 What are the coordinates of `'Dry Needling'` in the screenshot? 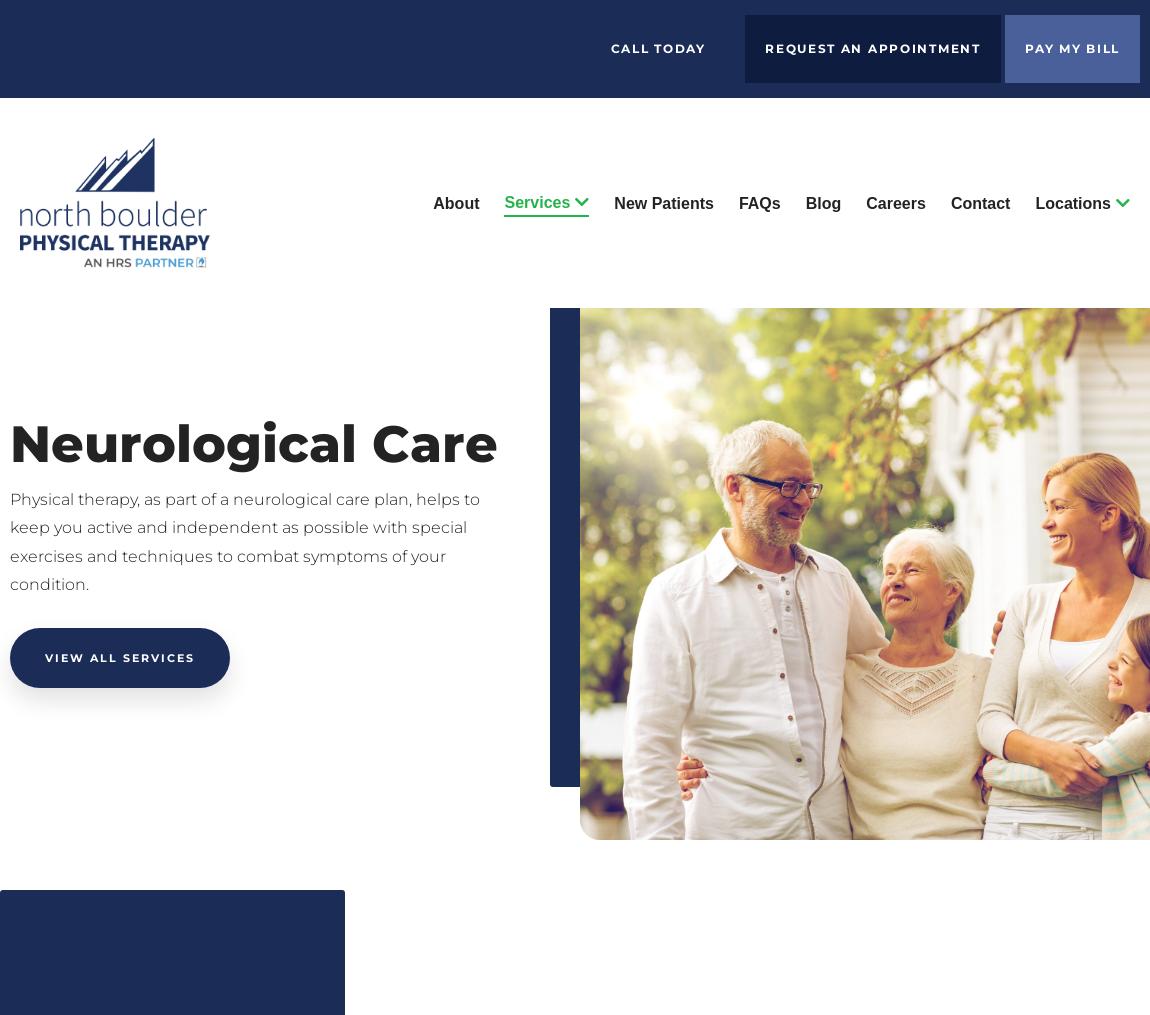 It's located at (475, 488).